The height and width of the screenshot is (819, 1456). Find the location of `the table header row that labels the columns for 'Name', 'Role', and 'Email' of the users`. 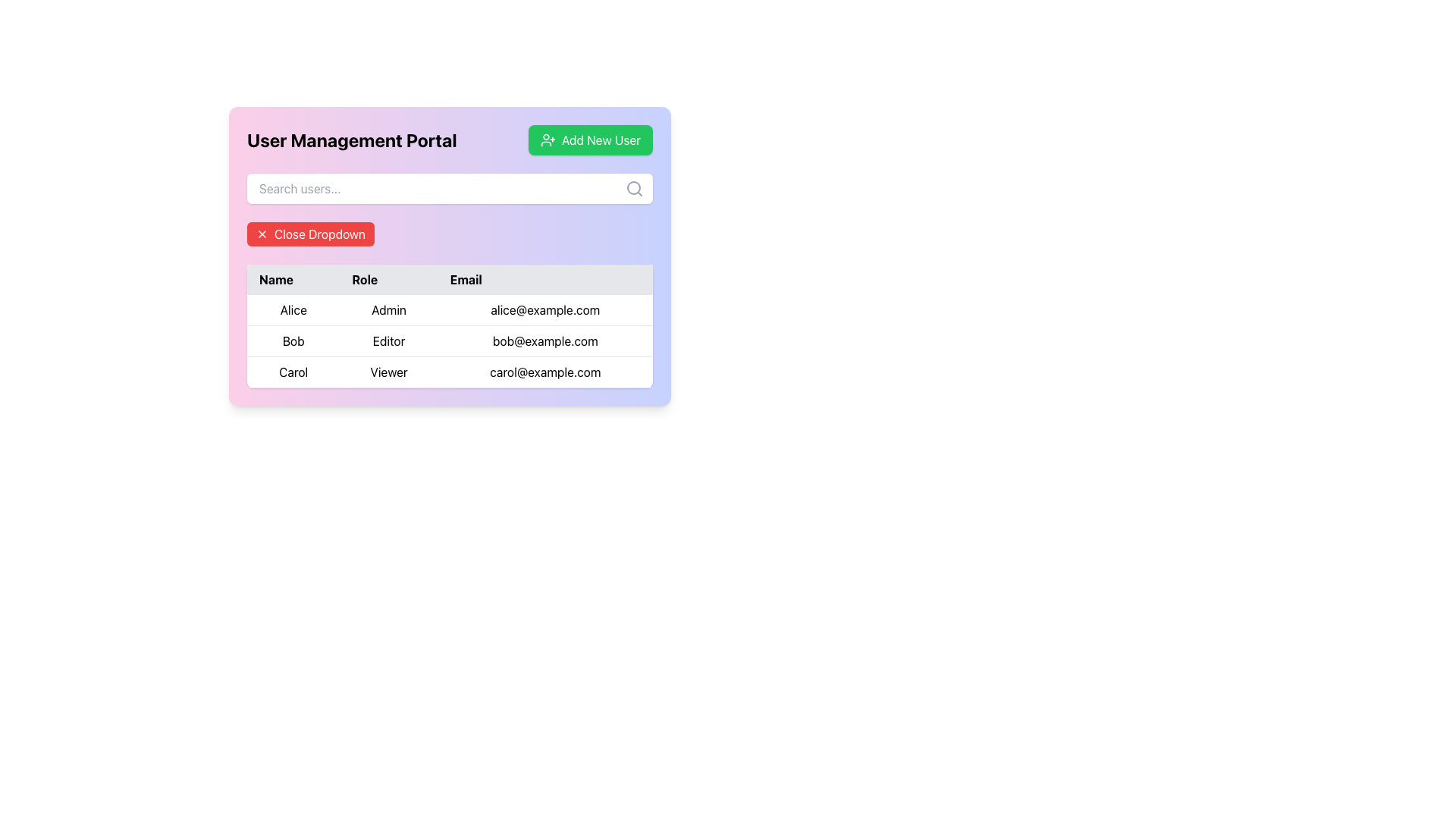

the table header row that labels the columns for 'Name', 'Role', and 'Email' of the users is located at coordinates (449, 280).